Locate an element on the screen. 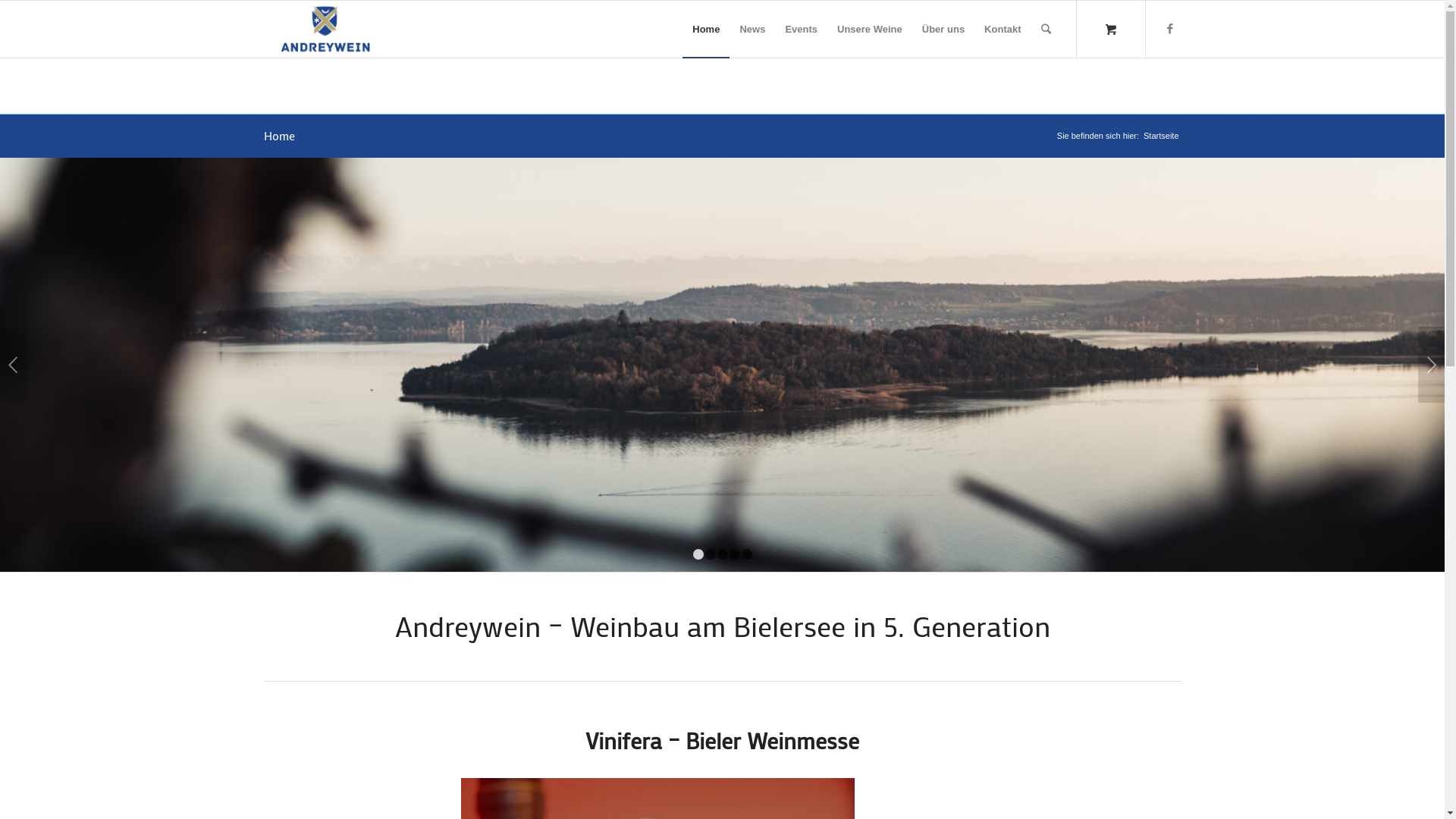 This screenshot has height=819, width=1456. '3' is located at coordinates (722, 554).